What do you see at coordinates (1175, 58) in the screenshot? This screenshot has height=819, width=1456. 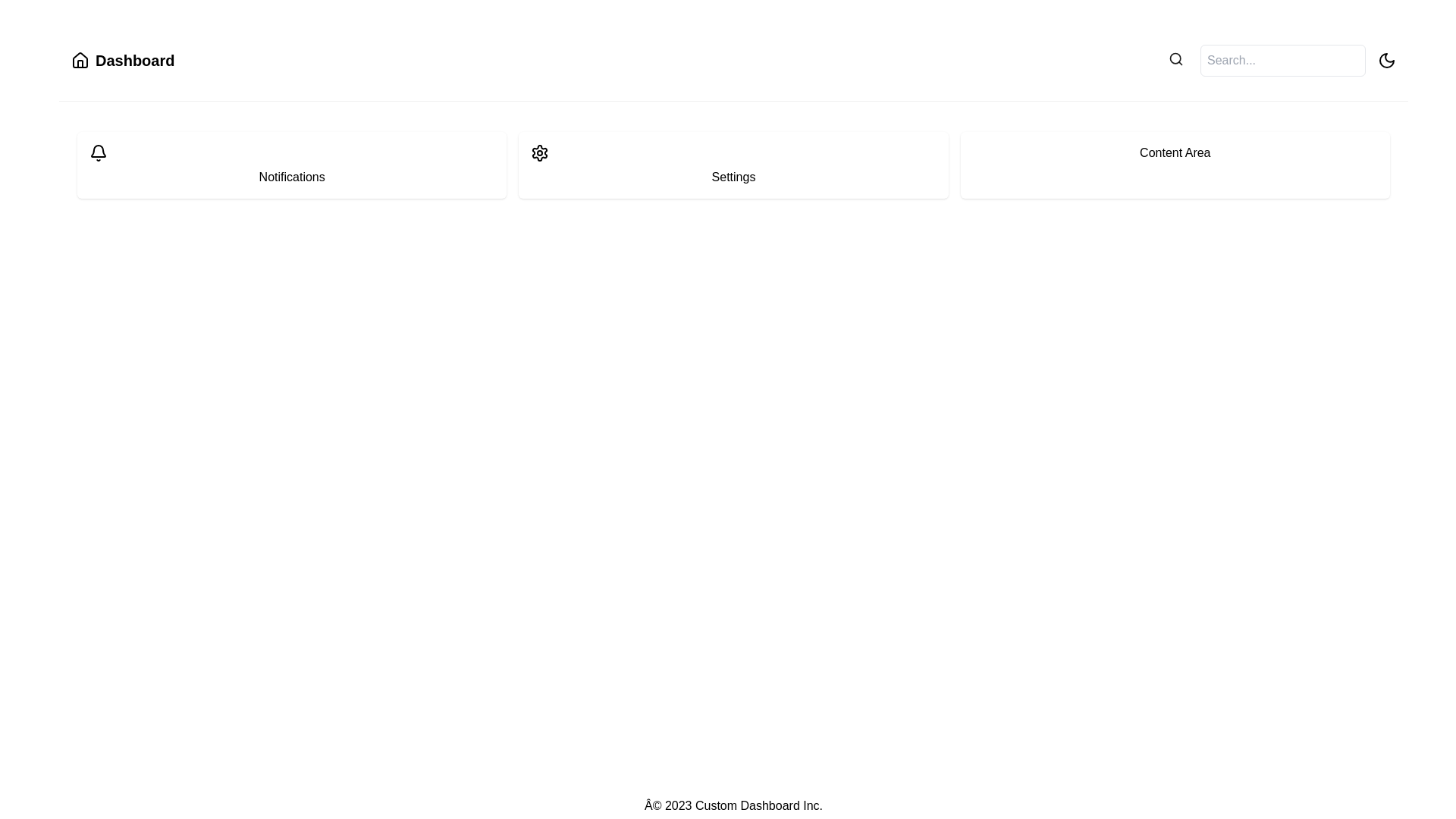 I see `the magnifying glass icon located at the top-right corner of the interface` at bounding box center [1175, 58].